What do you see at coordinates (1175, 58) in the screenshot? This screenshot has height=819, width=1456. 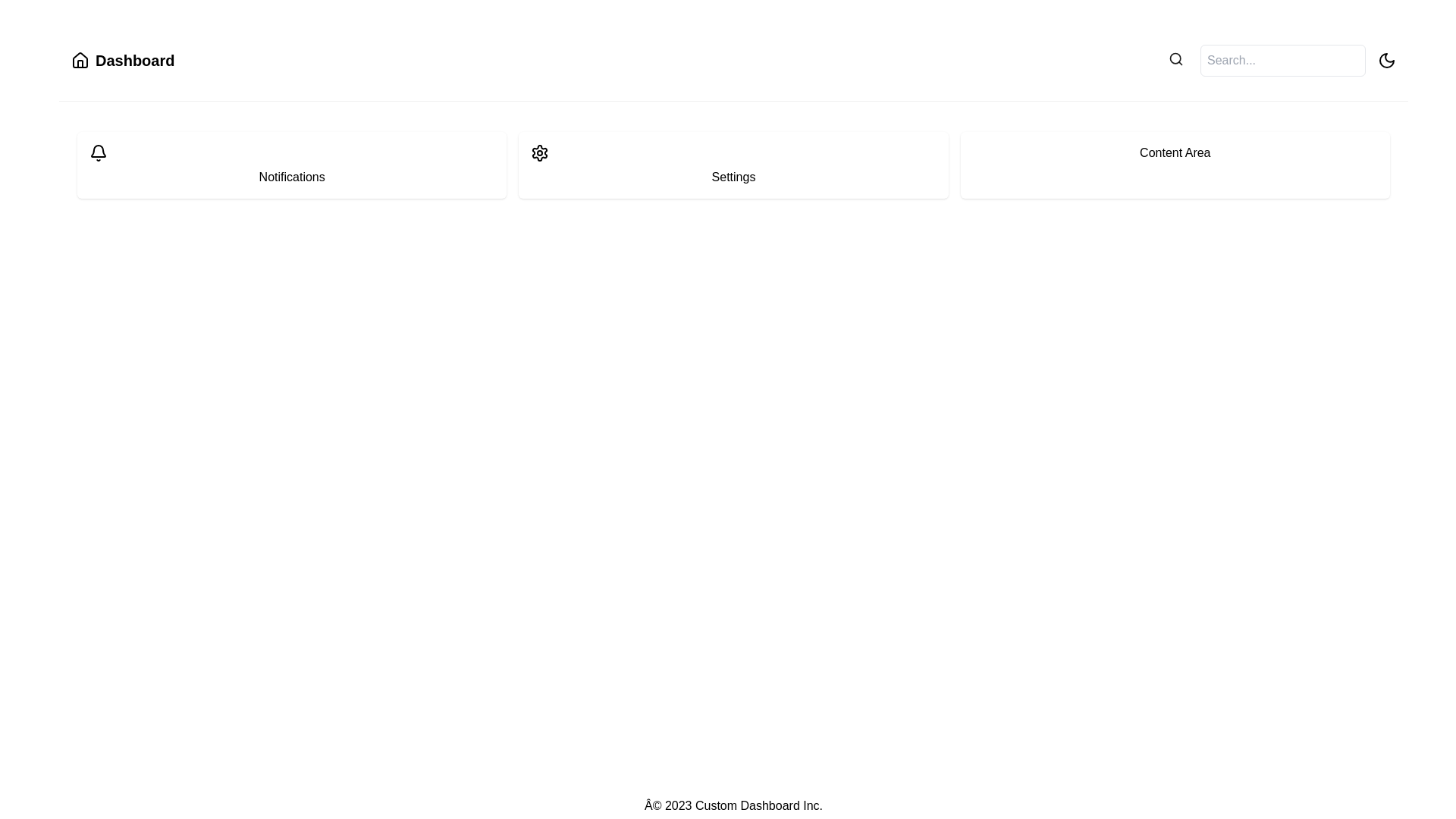 I see `the magnifying glass icon located at the top-right corner of the interface` at bounding box center [1175, 58].